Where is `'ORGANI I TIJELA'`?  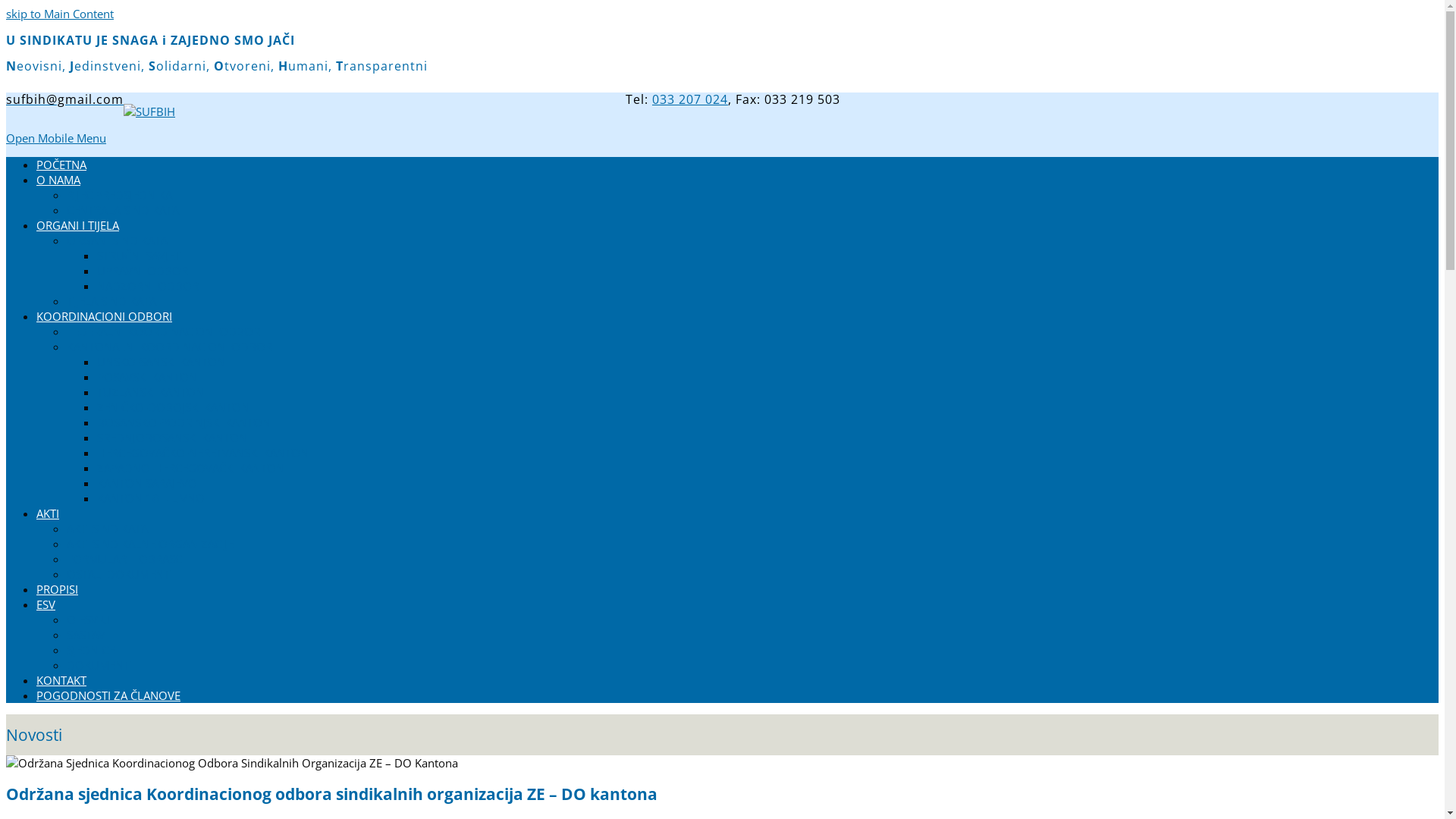
'ORGANI I TIJELA' is located at coordinates (77, 225).